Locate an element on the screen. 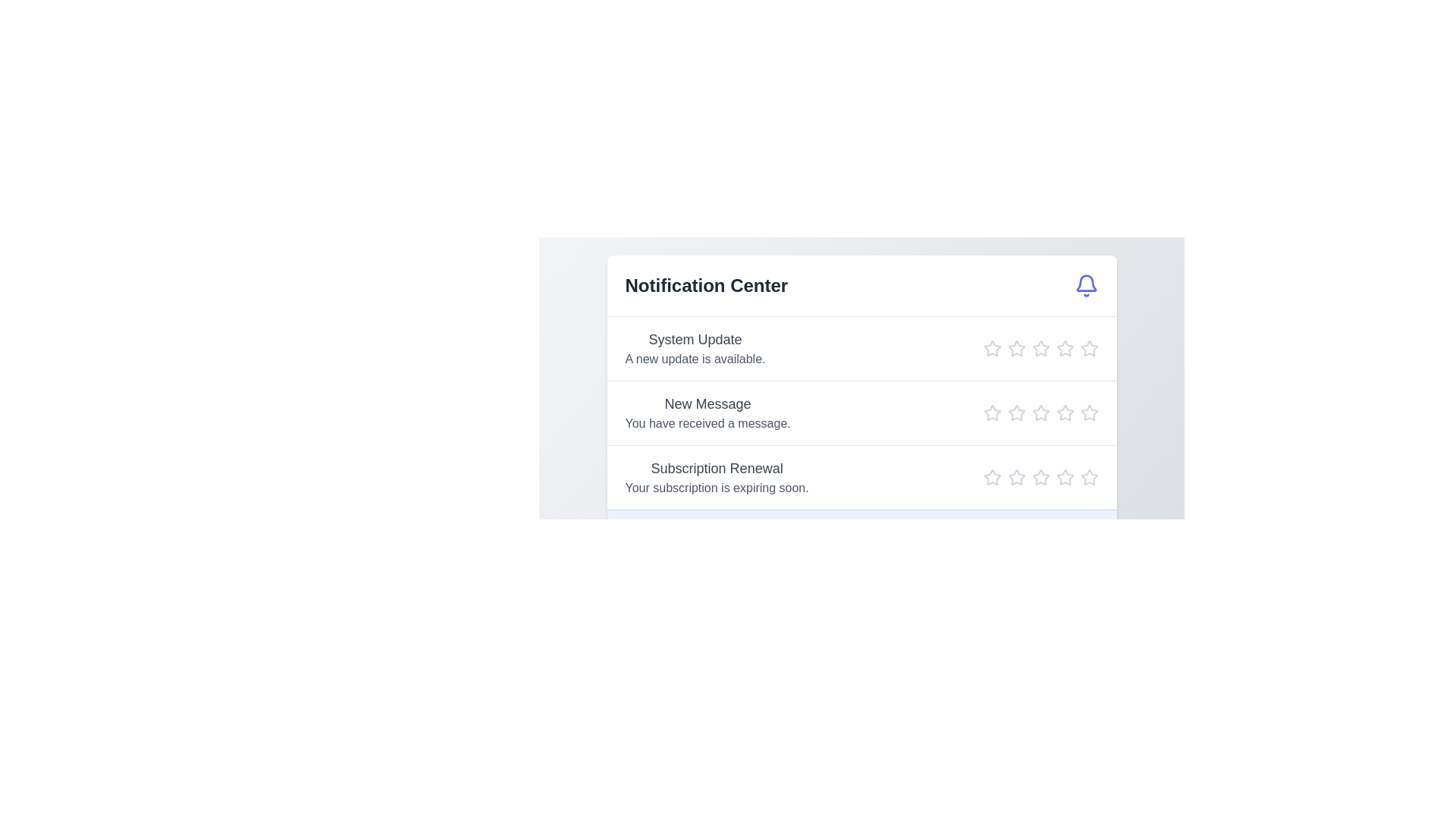  the star icon to set the rating to 5 for the notification titled 'New Message' is located at coordinates (1088, 413).